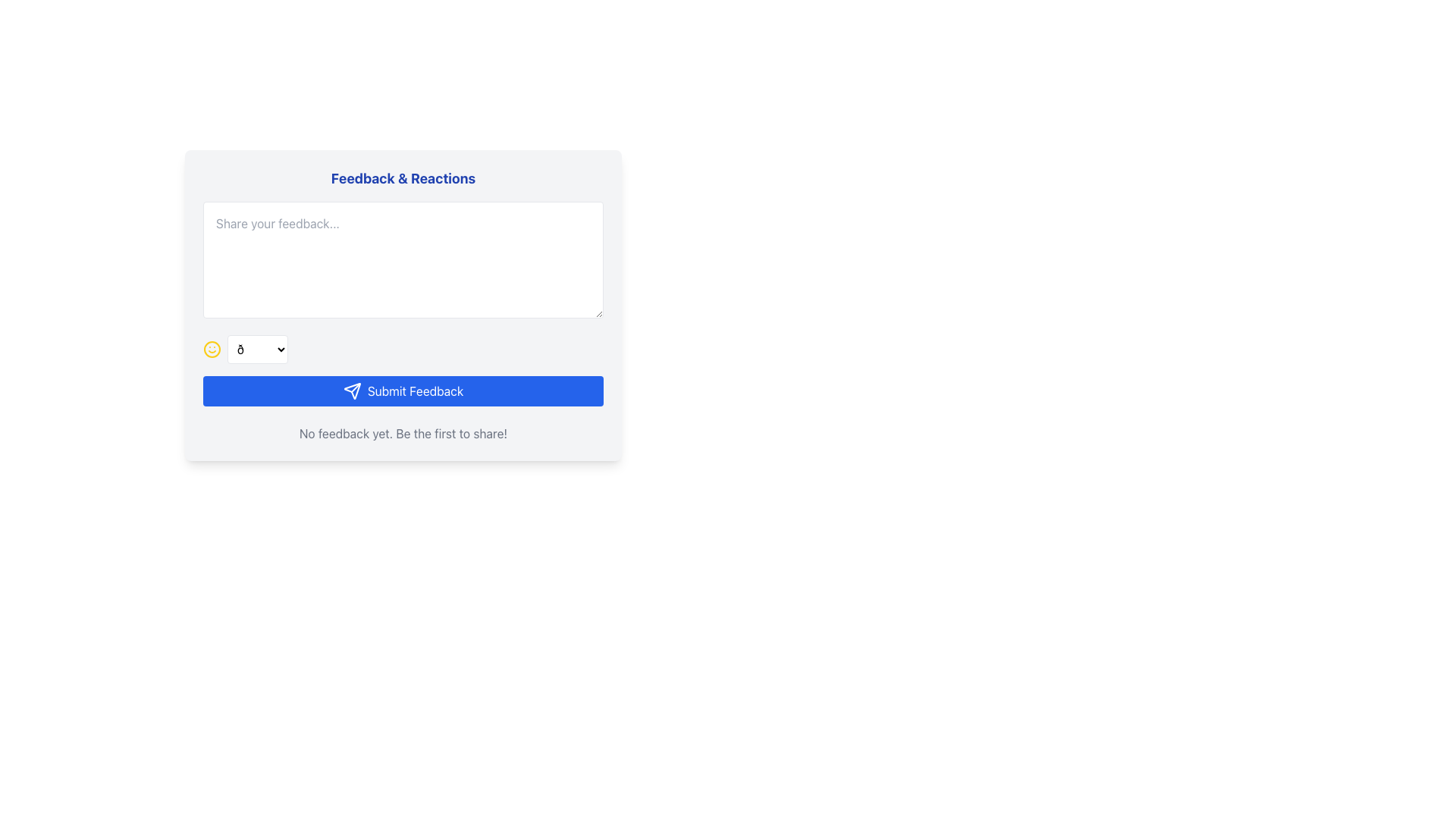 This screenshot has height=819, width=1456. I want to click on the central circle of the smiley face icon located to the left side of the dropdown menu in the feedback interface, so click(211, 350).